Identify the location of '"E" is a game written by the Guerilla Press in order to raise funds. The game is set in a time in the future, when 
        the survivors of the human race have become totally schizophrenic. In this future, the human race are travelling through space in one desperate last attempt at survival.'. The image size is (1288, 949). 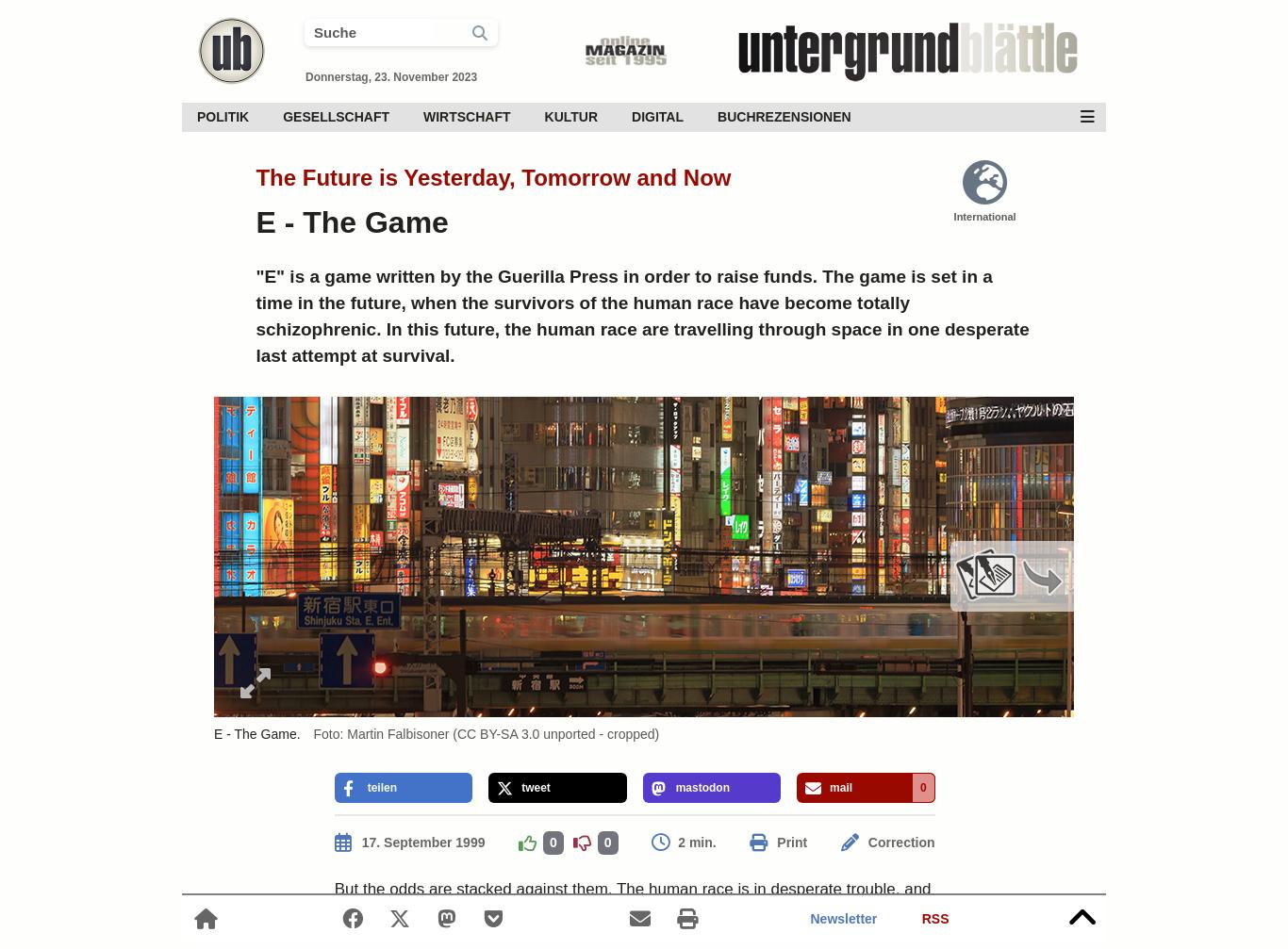
(256, 316).